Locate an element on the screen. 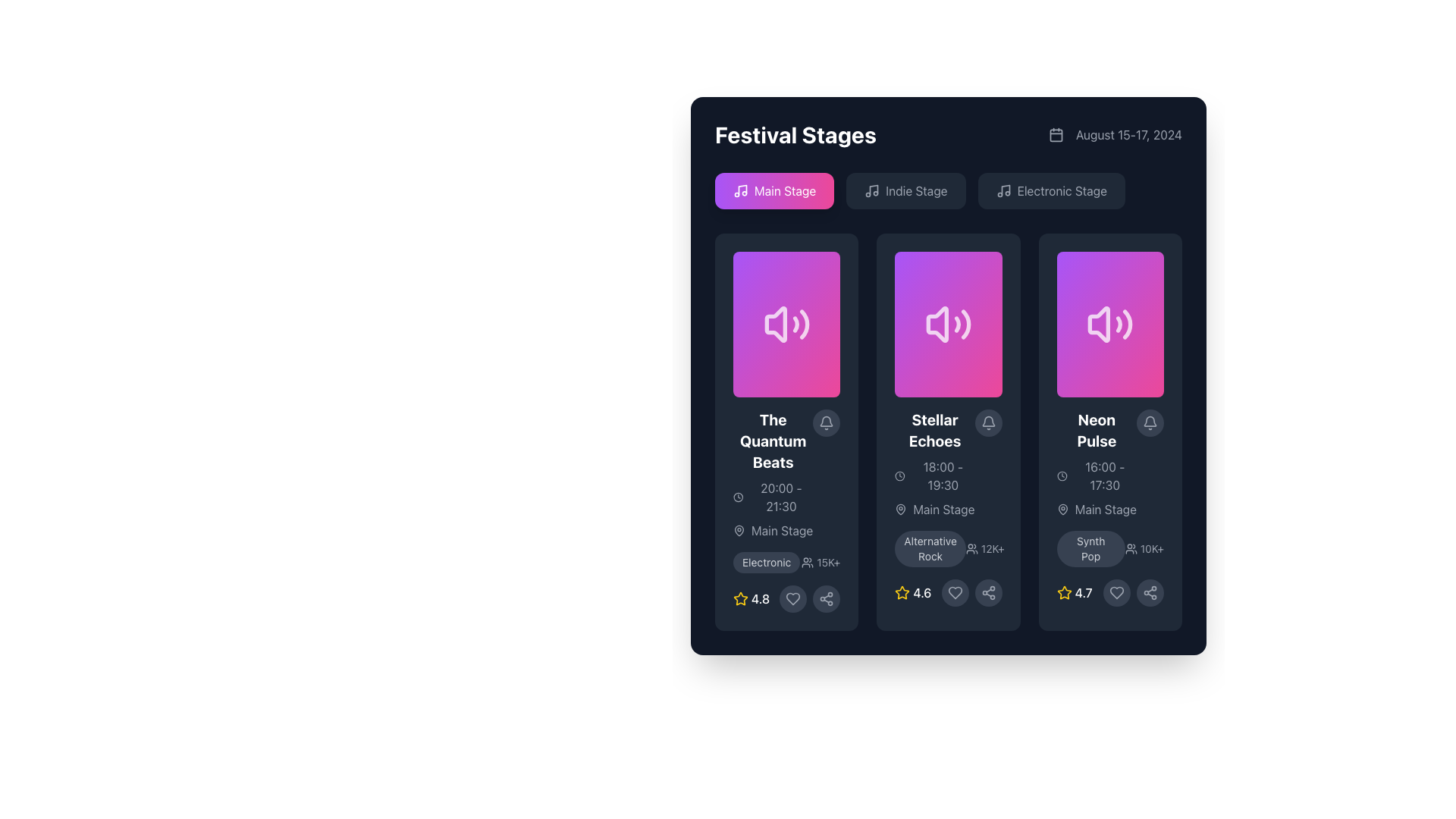 The width and height of the screenshot is (1456, 819). the star icon used for ratings, which is a yellow outlined five-pointed star located adjacent to the text '4.6' in the user rating display under the 'Stellar Echoes' panel is located at coordinates (902, 592).